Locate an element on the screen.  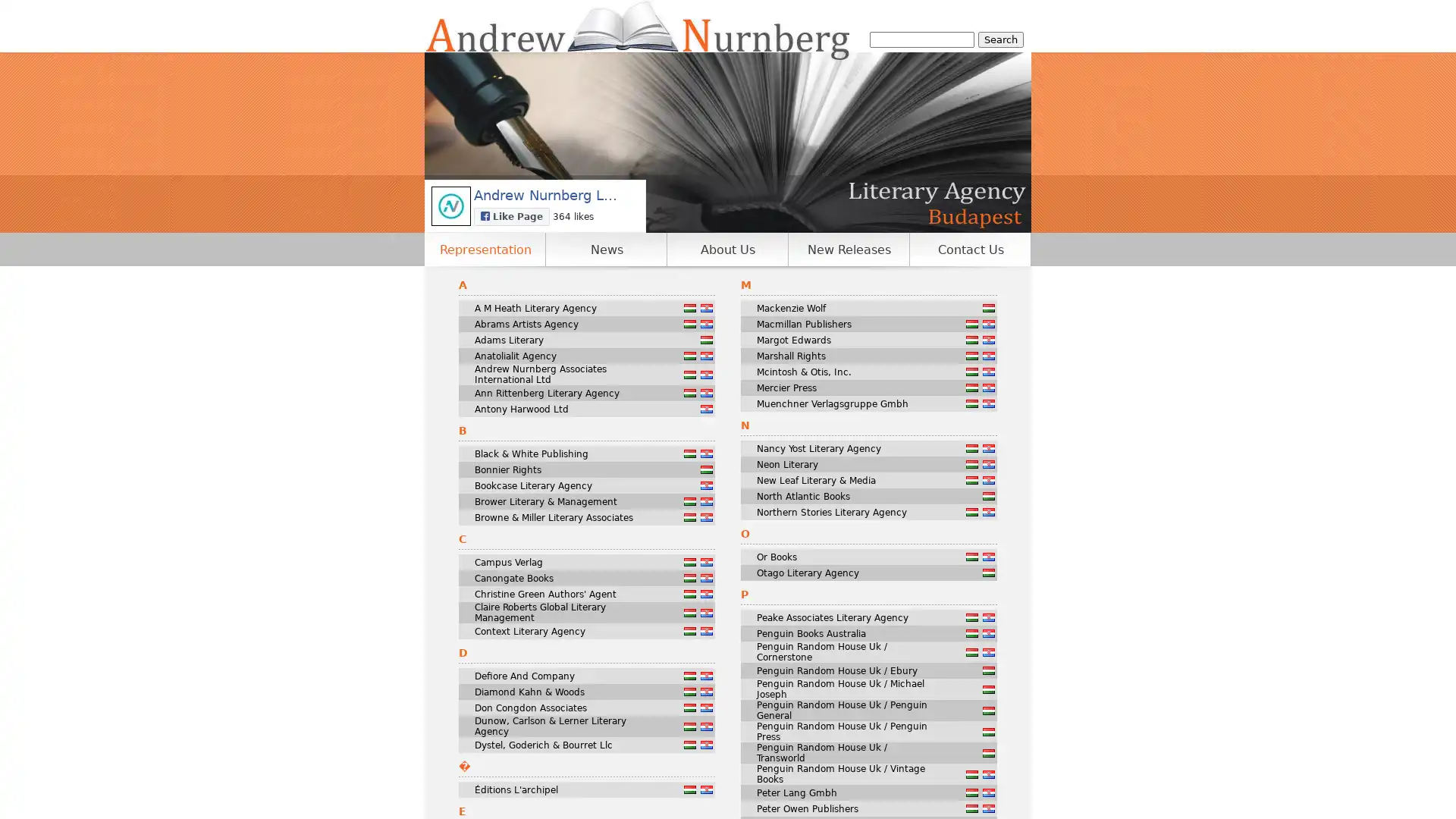
Search is located at coordinates (1001, 39).